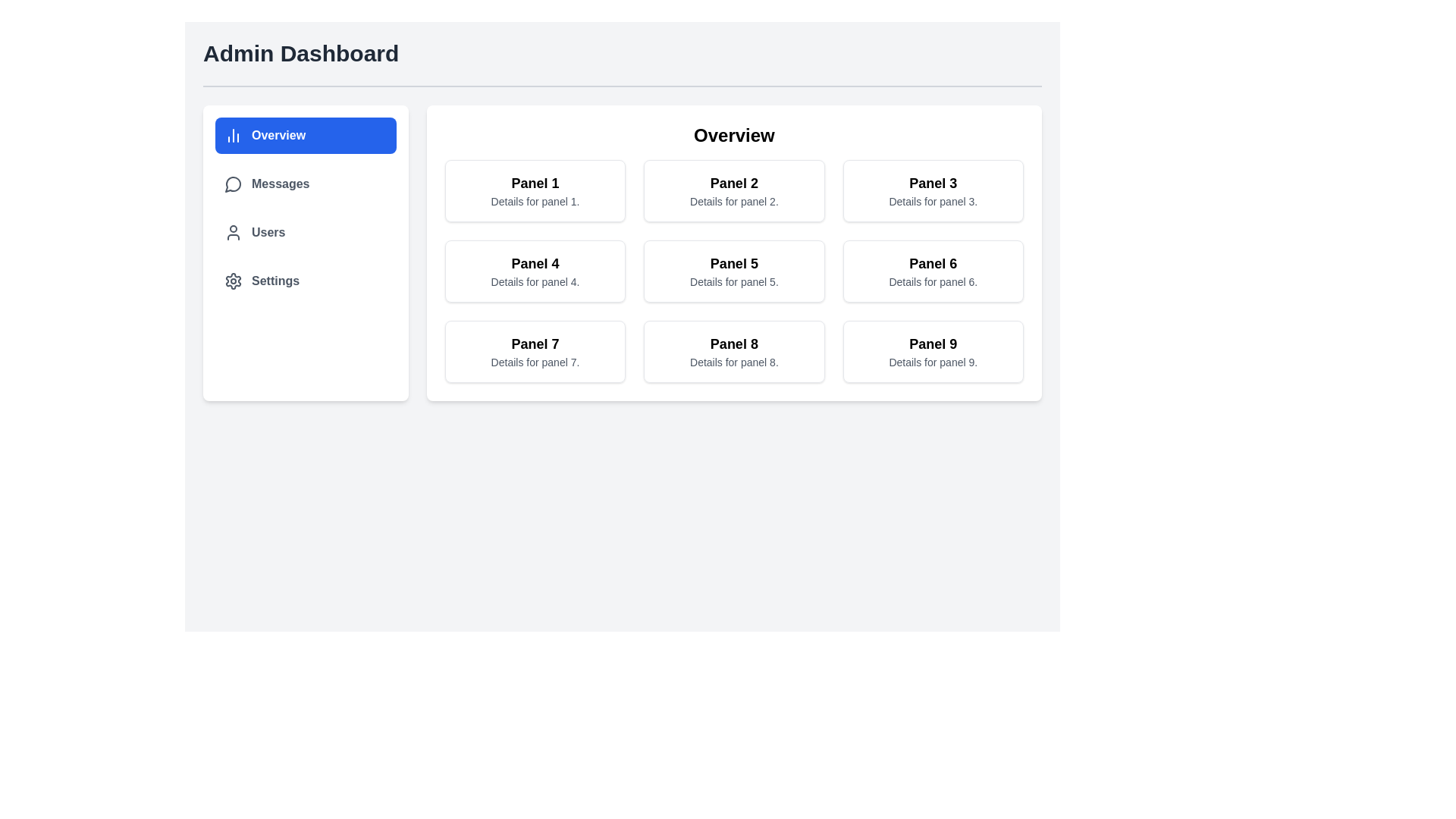 The height and width of the screenshot is (819, 1456). I want to click on the 'Admin Dashboard' text label located prominently near the top left of the interface, beneath the horizontal boundary line and above the main menu list, so click(301, 52).